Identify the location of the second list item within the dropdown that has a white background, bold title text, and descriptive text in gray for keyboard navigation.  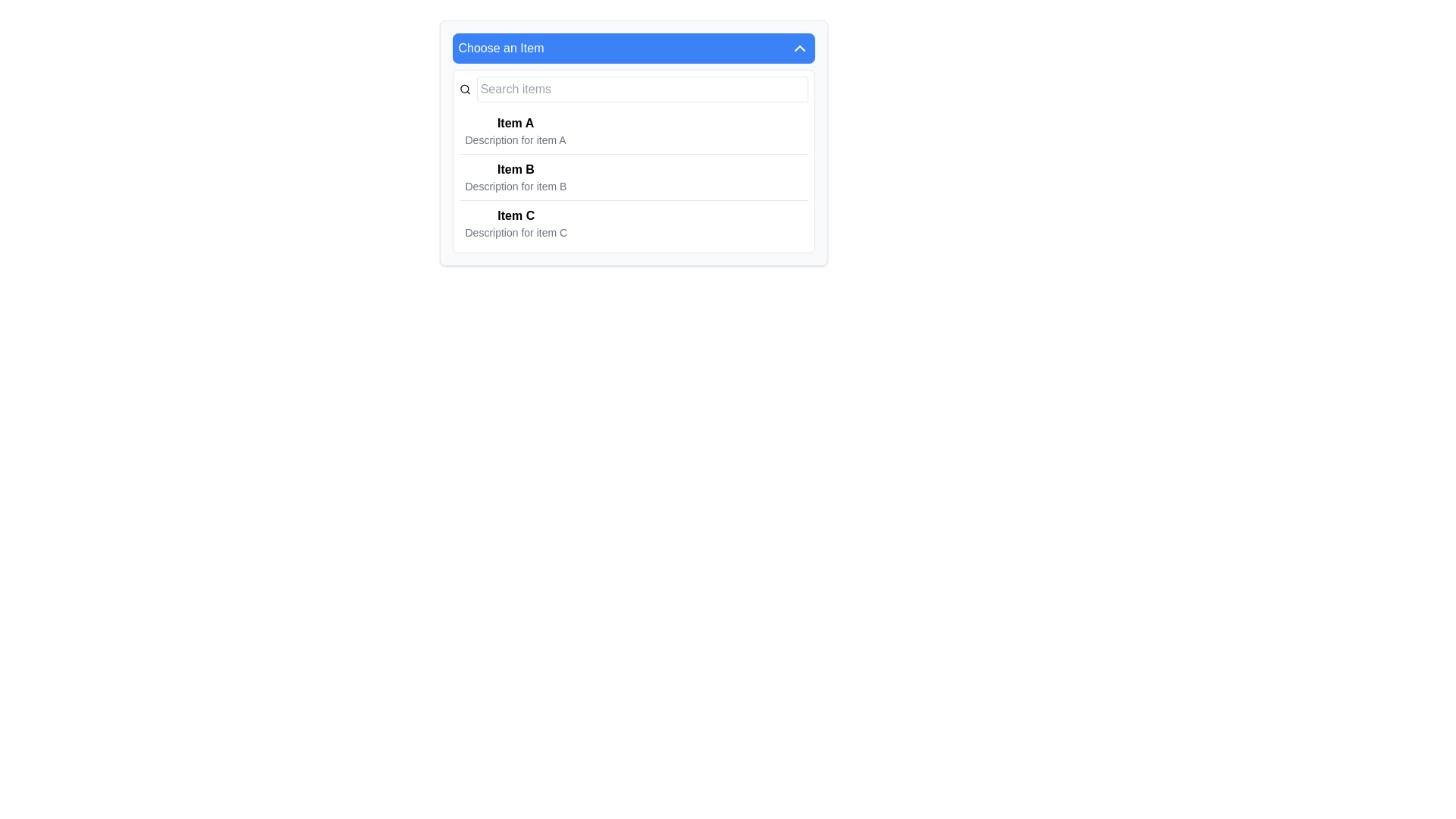
(633, 161).